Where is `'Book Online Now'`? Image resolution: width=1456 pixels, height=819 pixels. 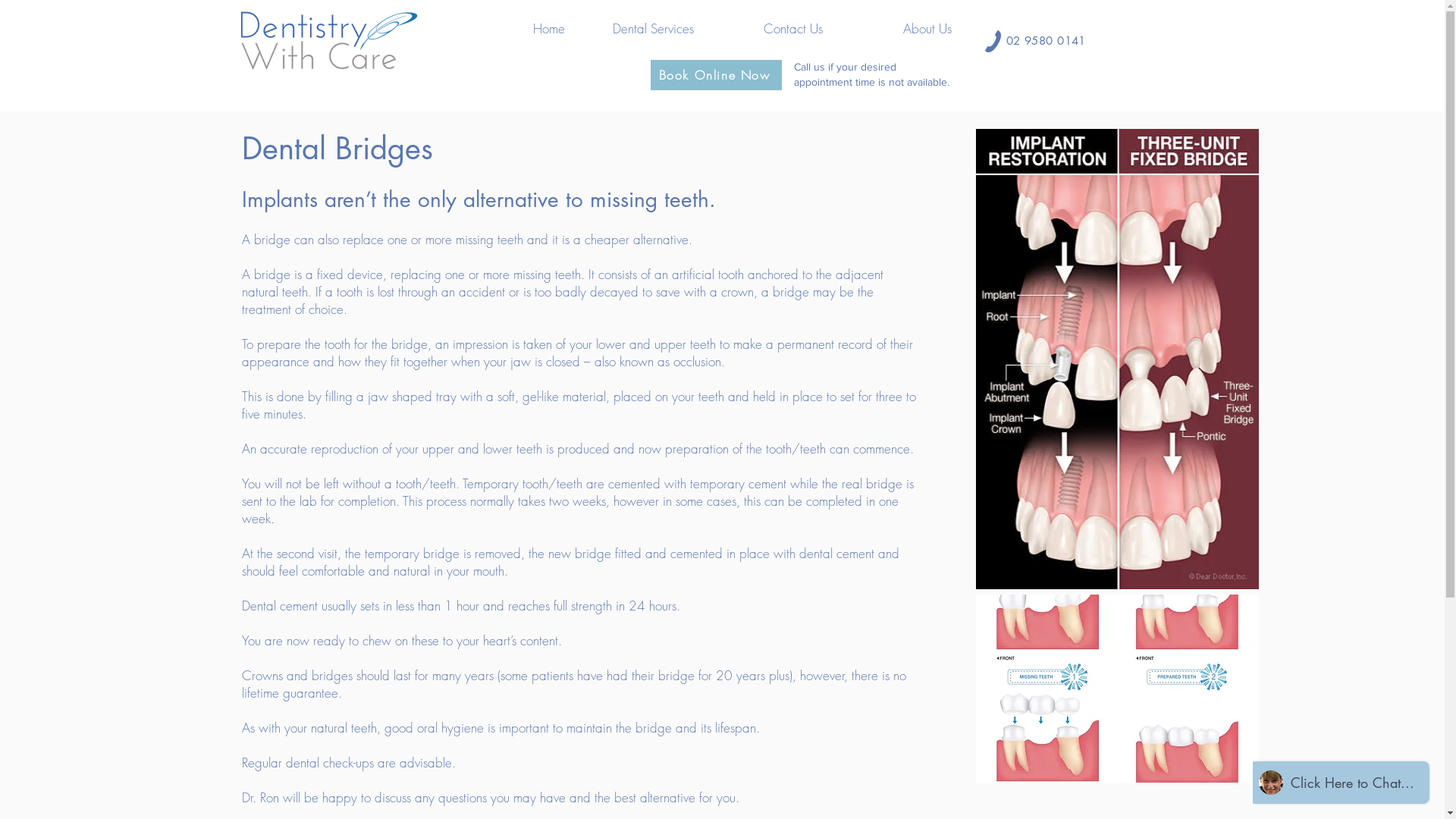
'Book Online Now' is located at coordinates (651, 75).